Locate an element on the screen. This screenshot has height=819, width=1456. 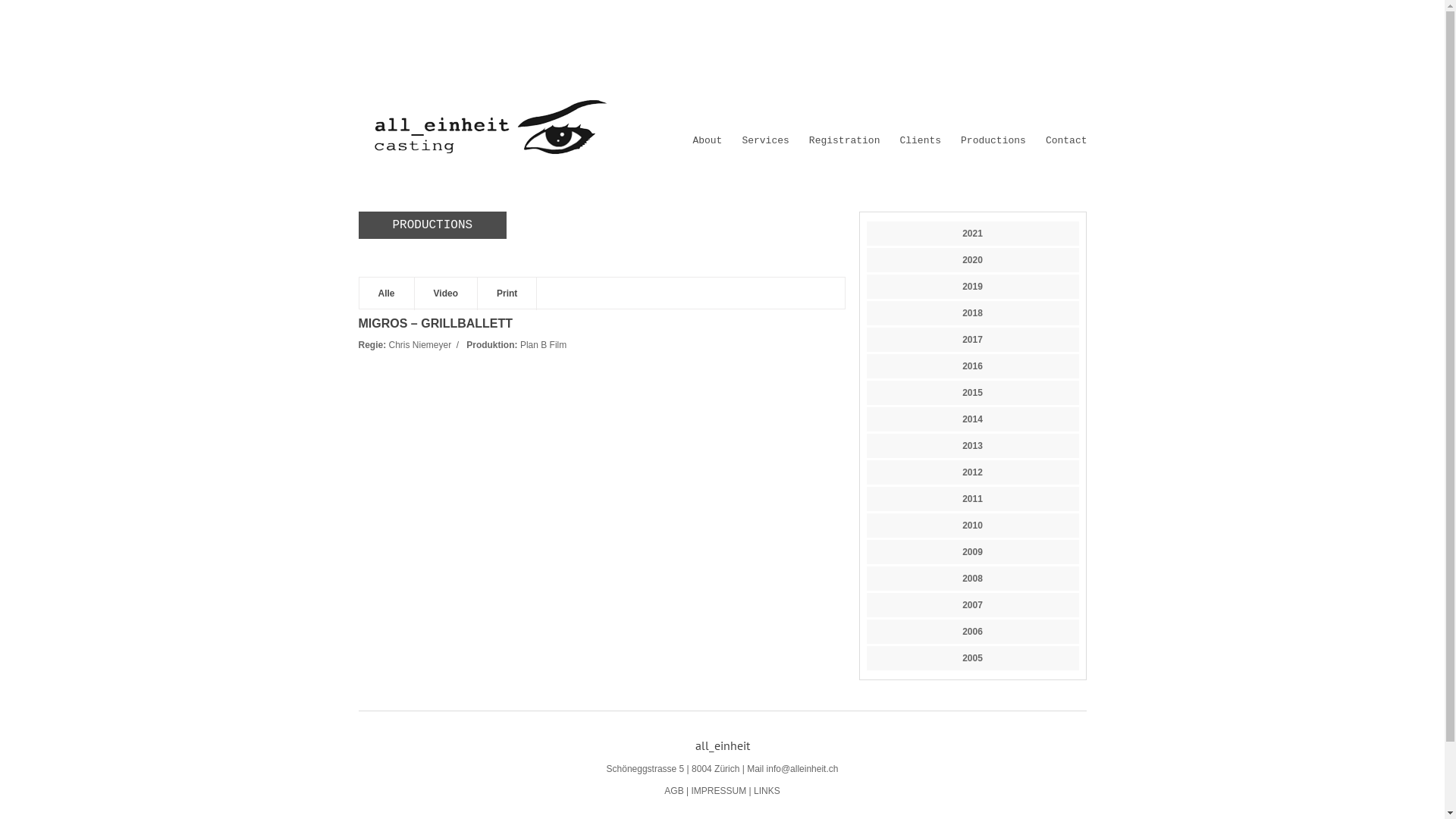
'2010' is located at coordinates (971, 525).